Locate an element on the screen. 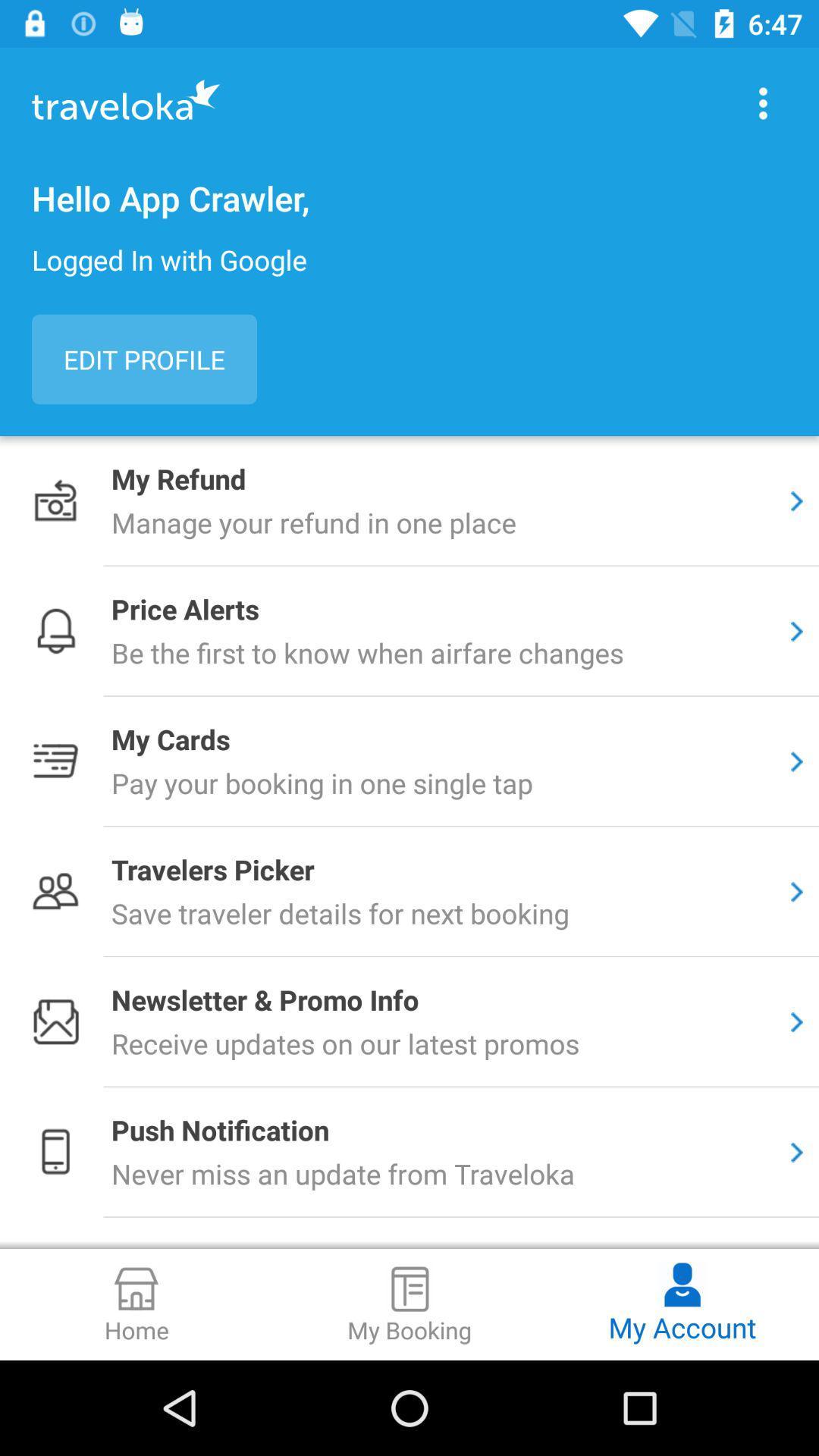 The height and width of the screenshot is (1456, 819). show the menu is located at coordinates (763, 102).